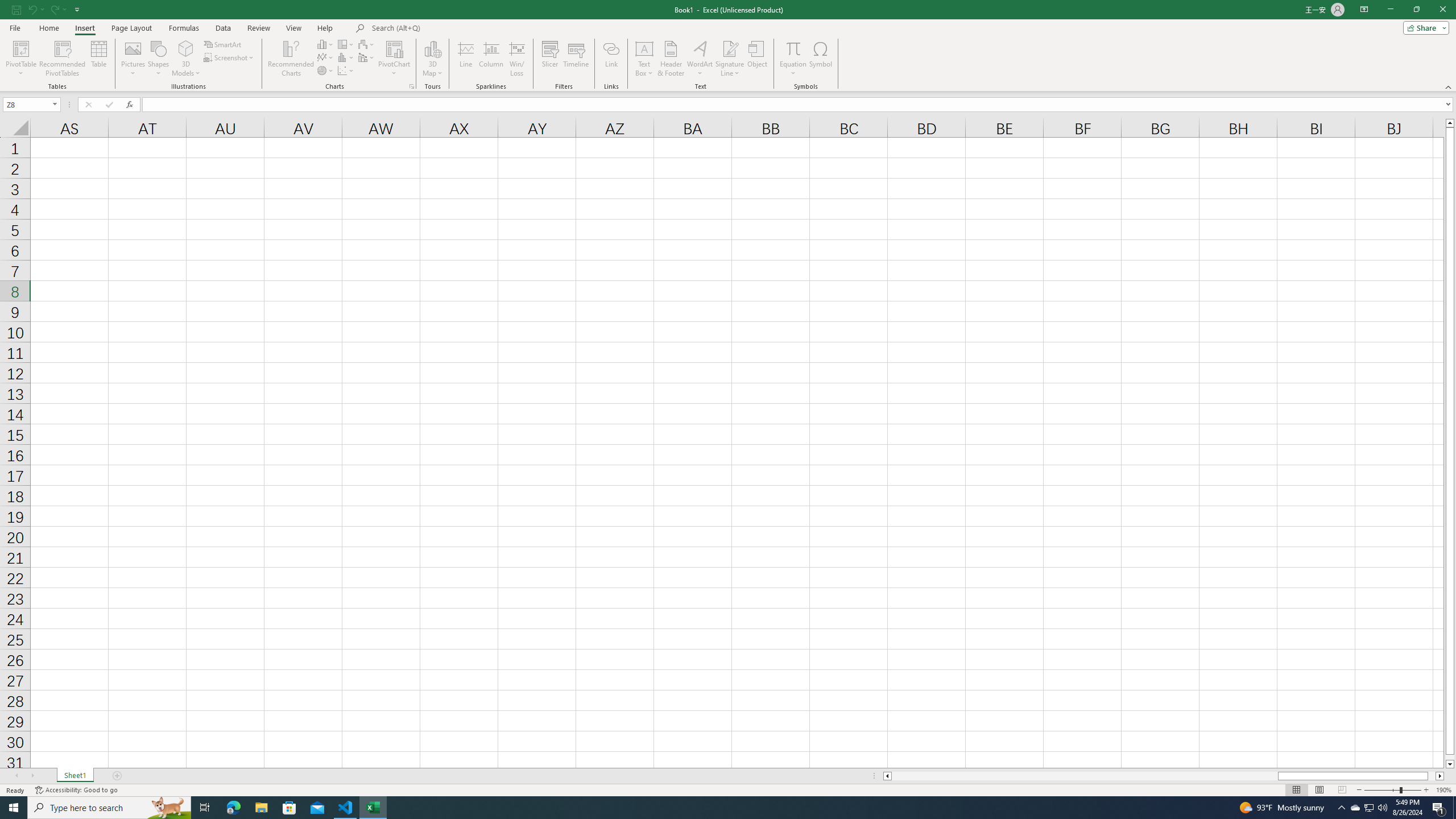 This screenshot has width=1456, height=819. Describe the element at coordinates (366, 44) in the screenshot. I see `'Insert Waterfall, Funnel, Stock, Surface, or Radar Chart'` at that location.